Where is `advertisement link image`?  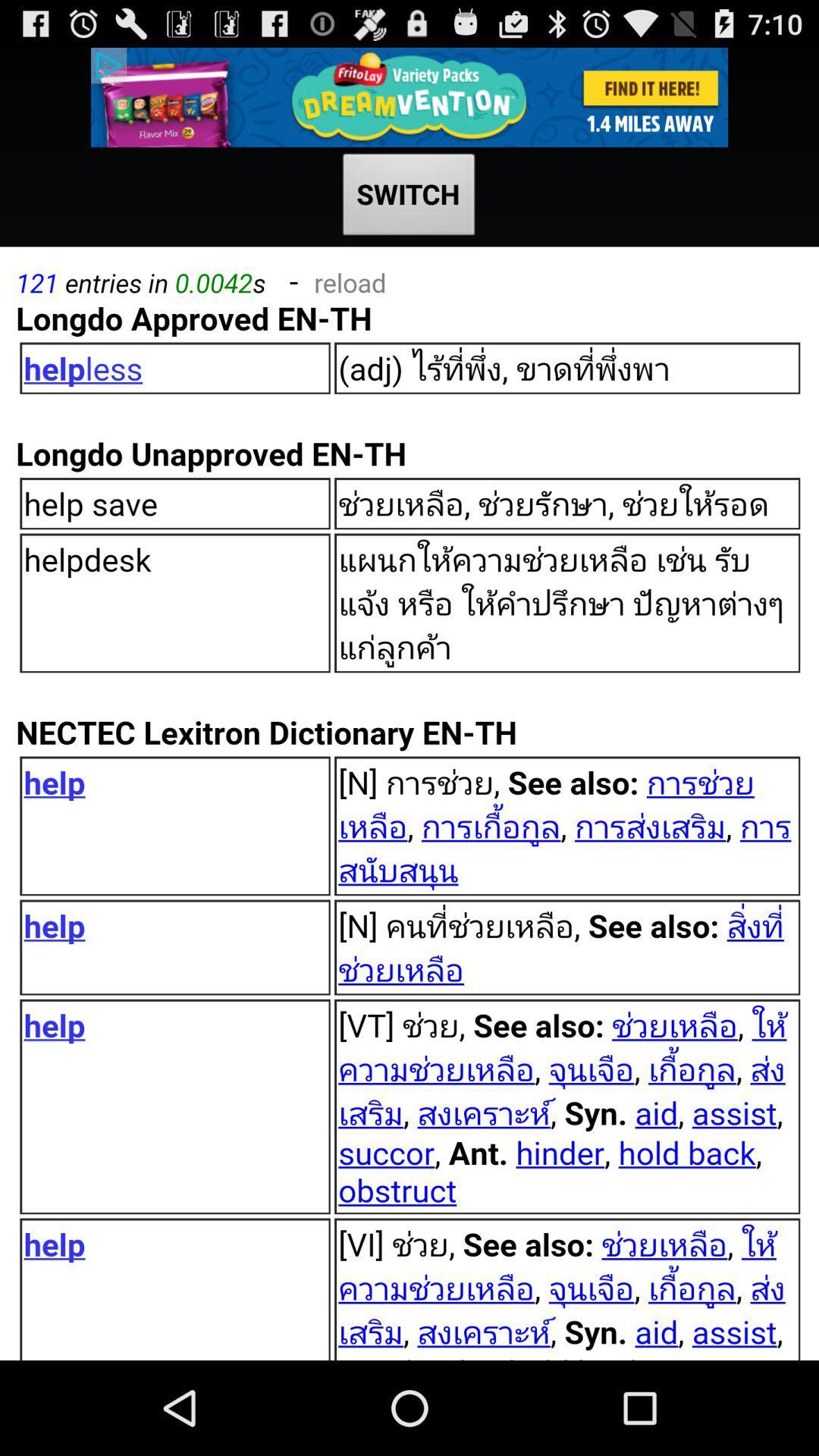 advertisement link image is located at coordinates (409, 96).